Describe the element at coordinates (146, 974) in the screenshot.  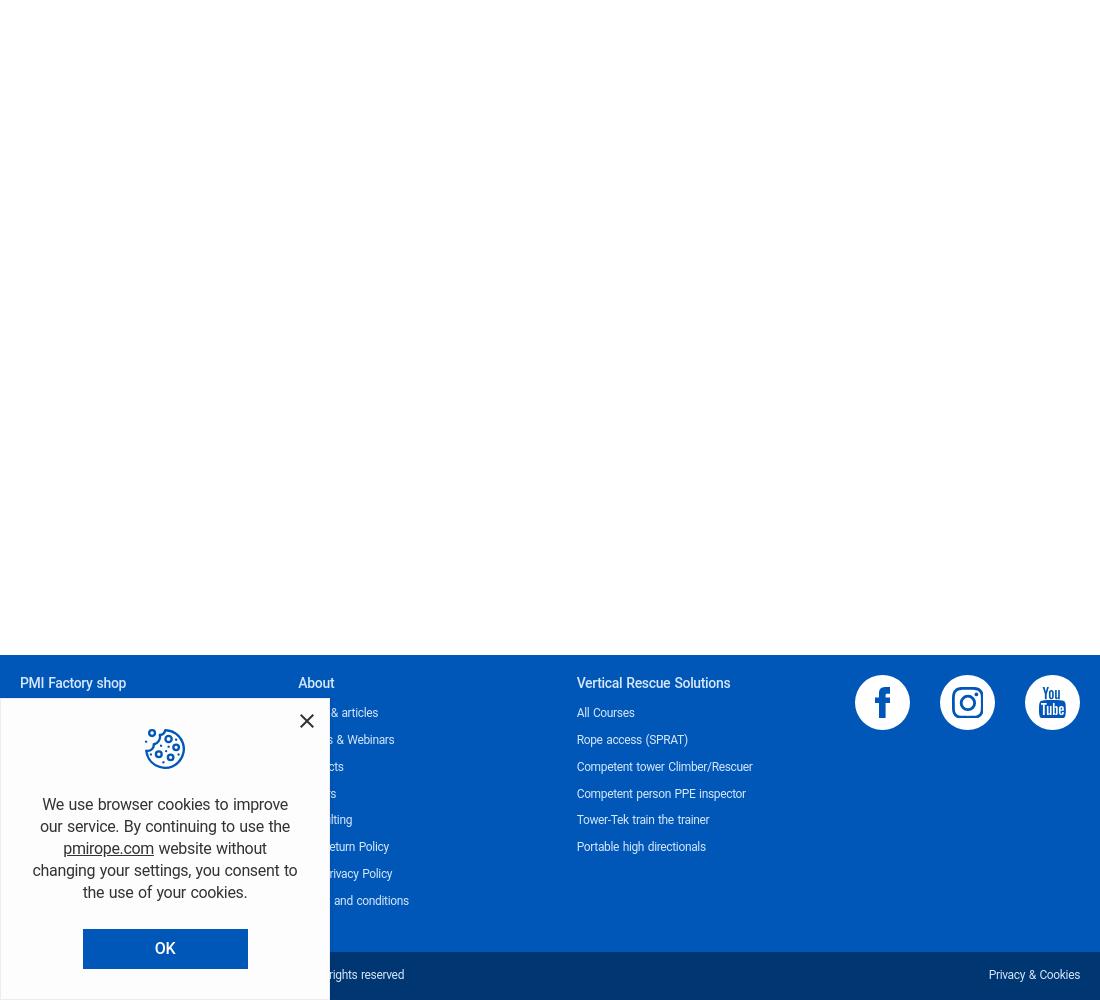
I see `'Copyright © 2023 Pigeon Mountain Industries, Inc.'` at that location.